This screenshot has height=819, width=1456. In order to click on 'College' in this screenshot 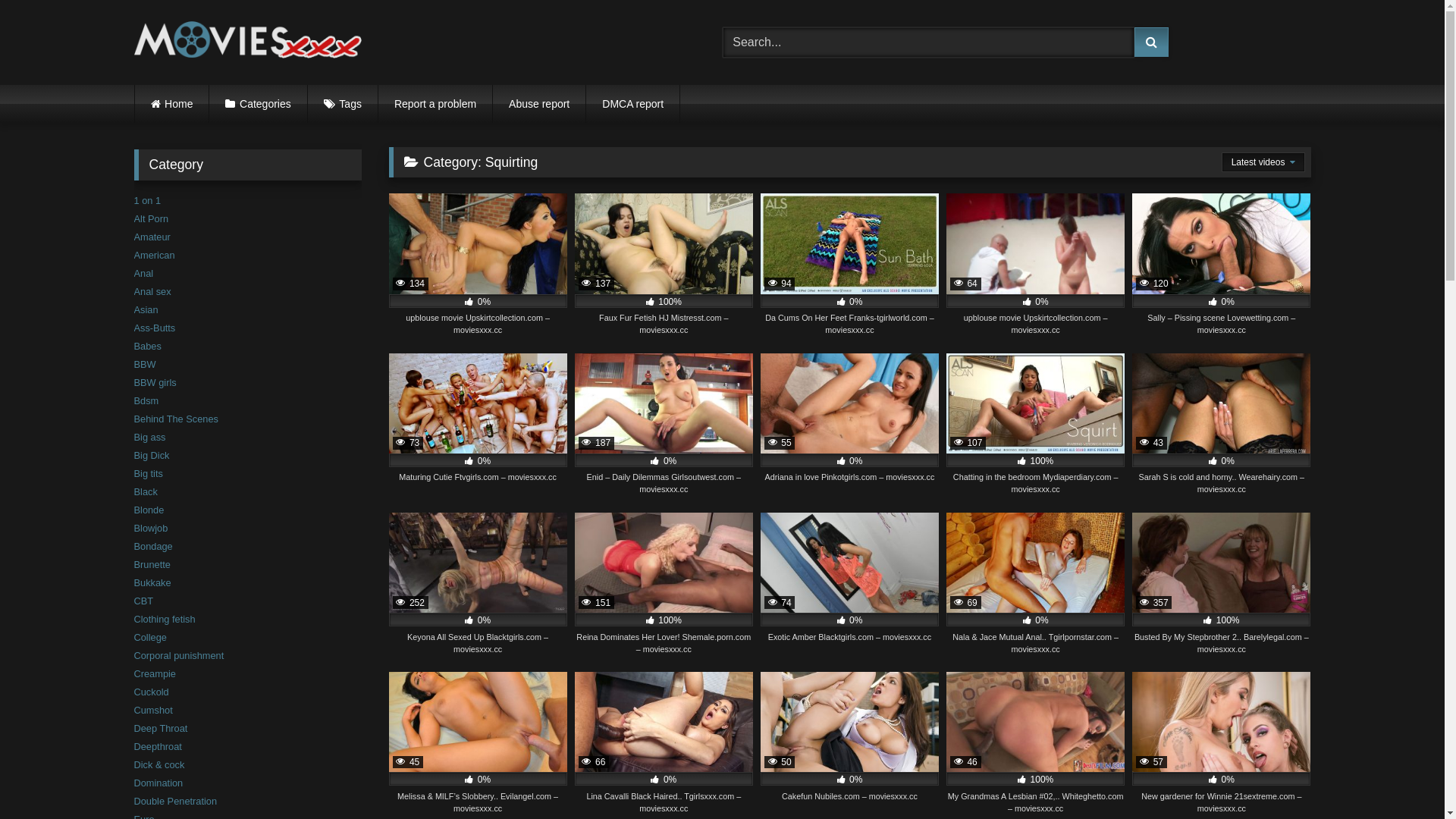, I will do `click(149, 637)`.